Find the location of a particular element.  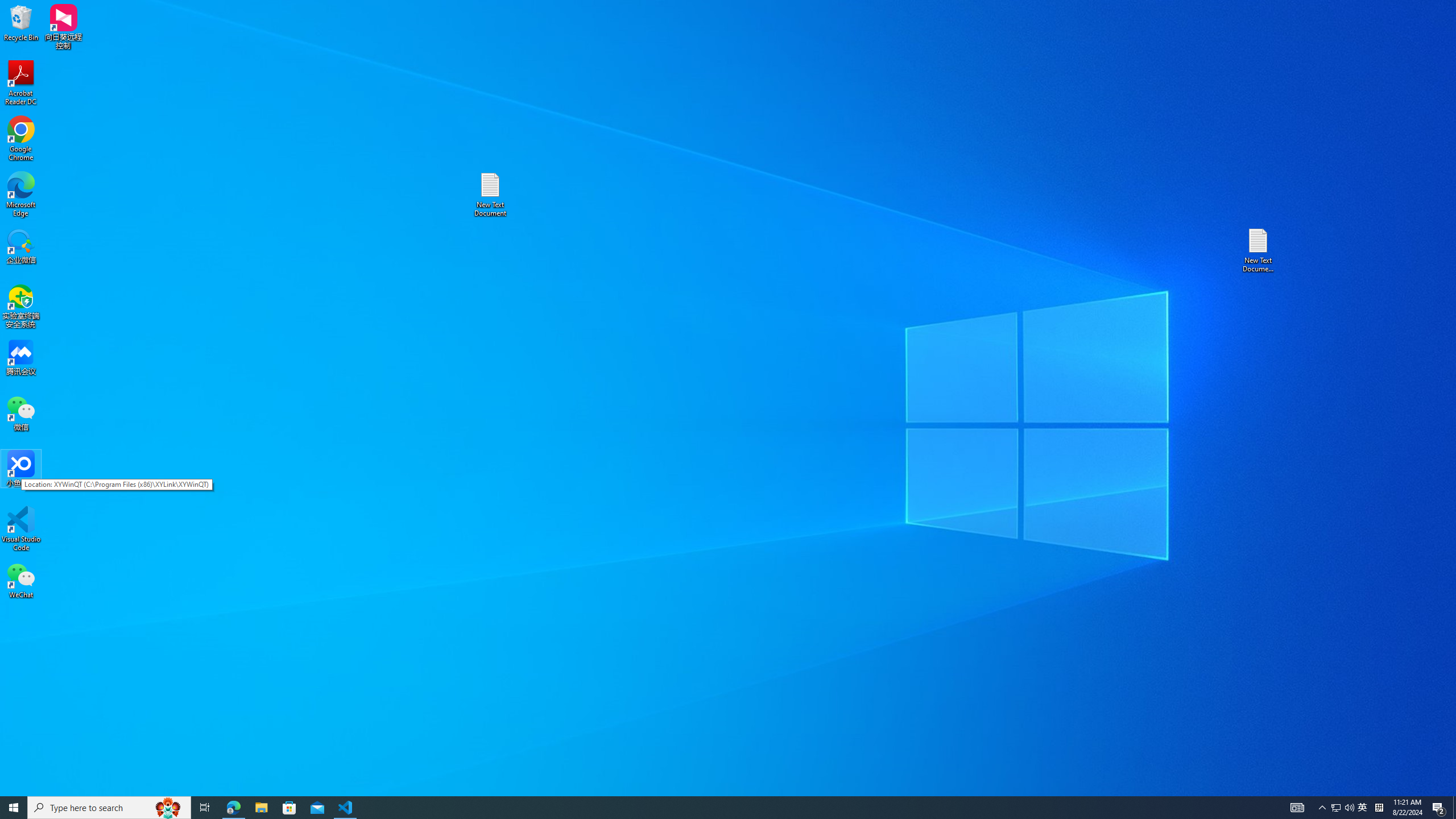

'Recycle Bin' is located at coordinates (20, 22).